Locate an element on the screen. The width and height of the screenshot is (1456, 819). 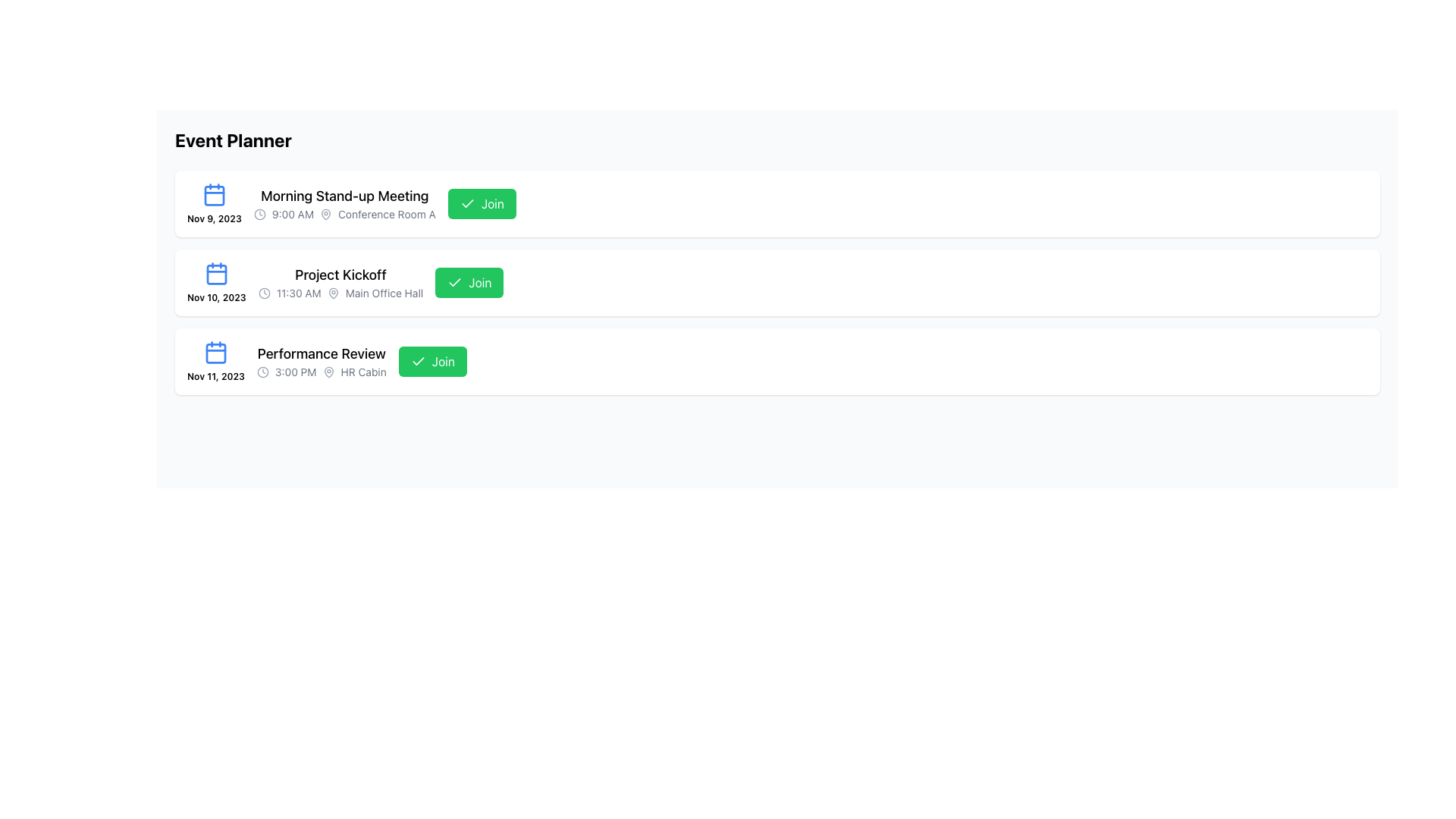
the icon that visually indicates the event's date located in the upper-left corner of the second event card, adjacent to the date label 'Nov 10, 2023' is located at coordinates (215, 274).